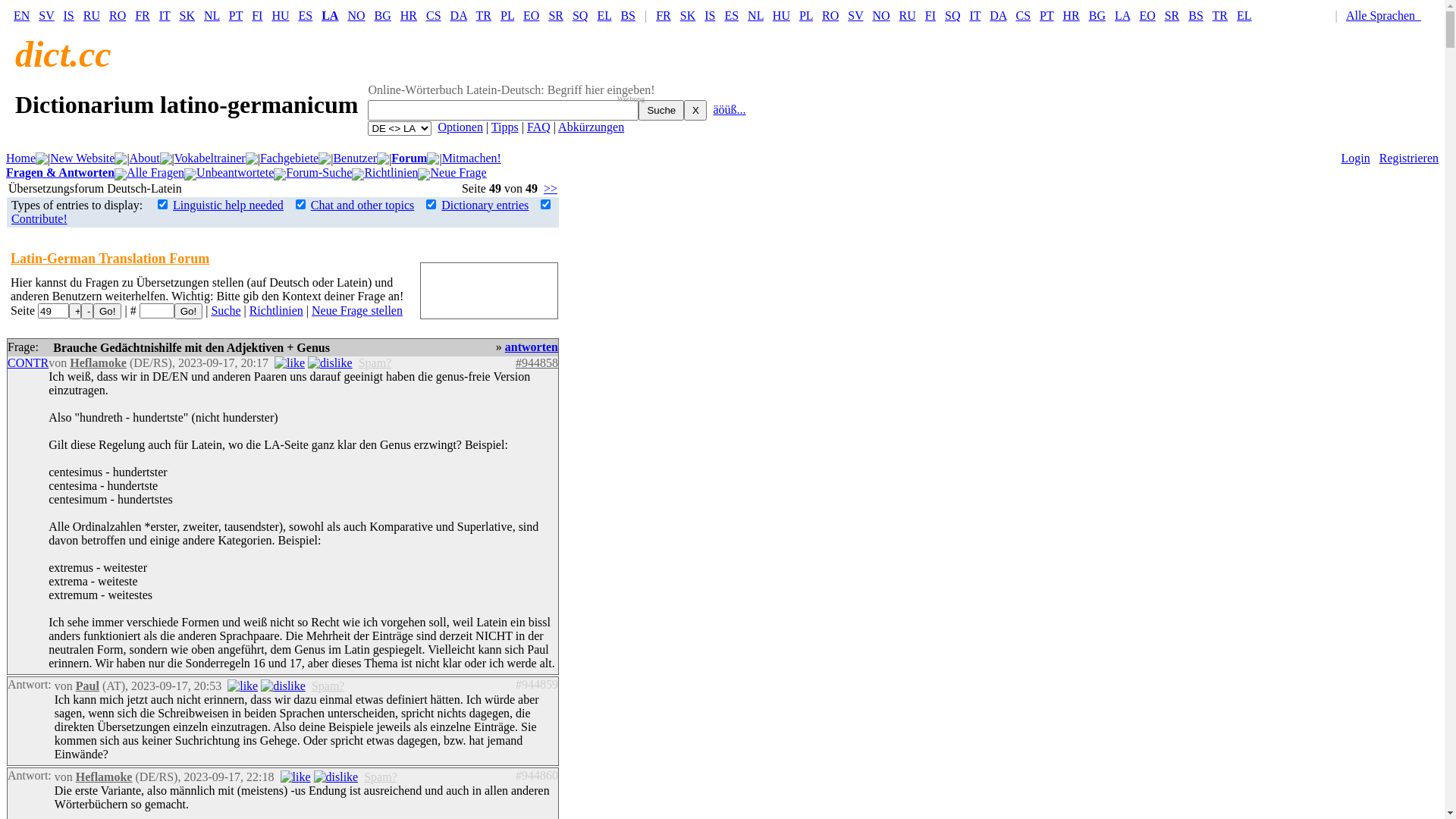 Image resolution: width=1456 pixels, height=819 pixels. Describe the element at coordinates (127, 171) in the screenshot. I see `'Alle Fragen'` at that location.